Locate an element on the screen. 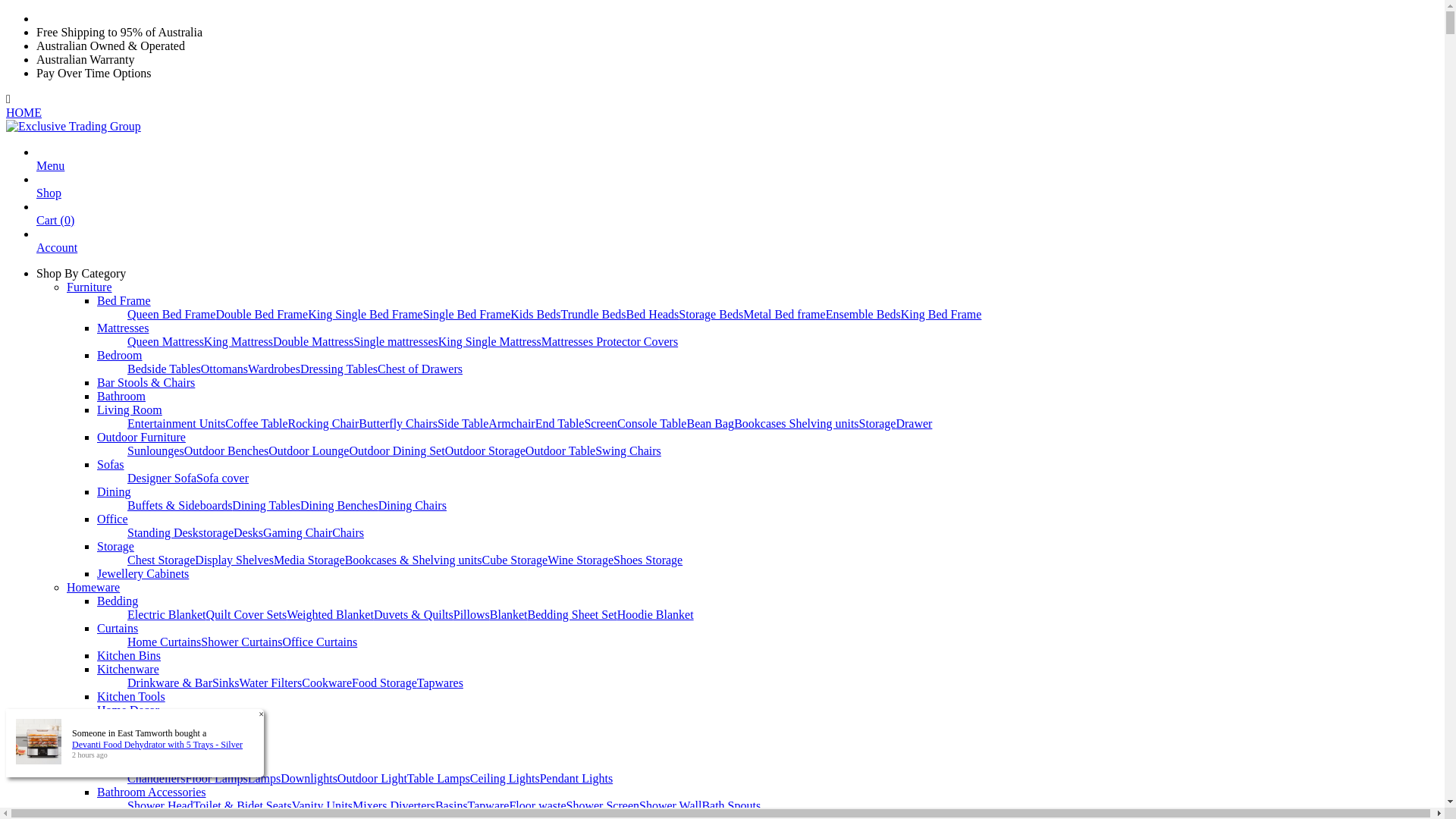 The image size is (1456, 819). 'Electric Blanket' is located at coordinates (167, 614).